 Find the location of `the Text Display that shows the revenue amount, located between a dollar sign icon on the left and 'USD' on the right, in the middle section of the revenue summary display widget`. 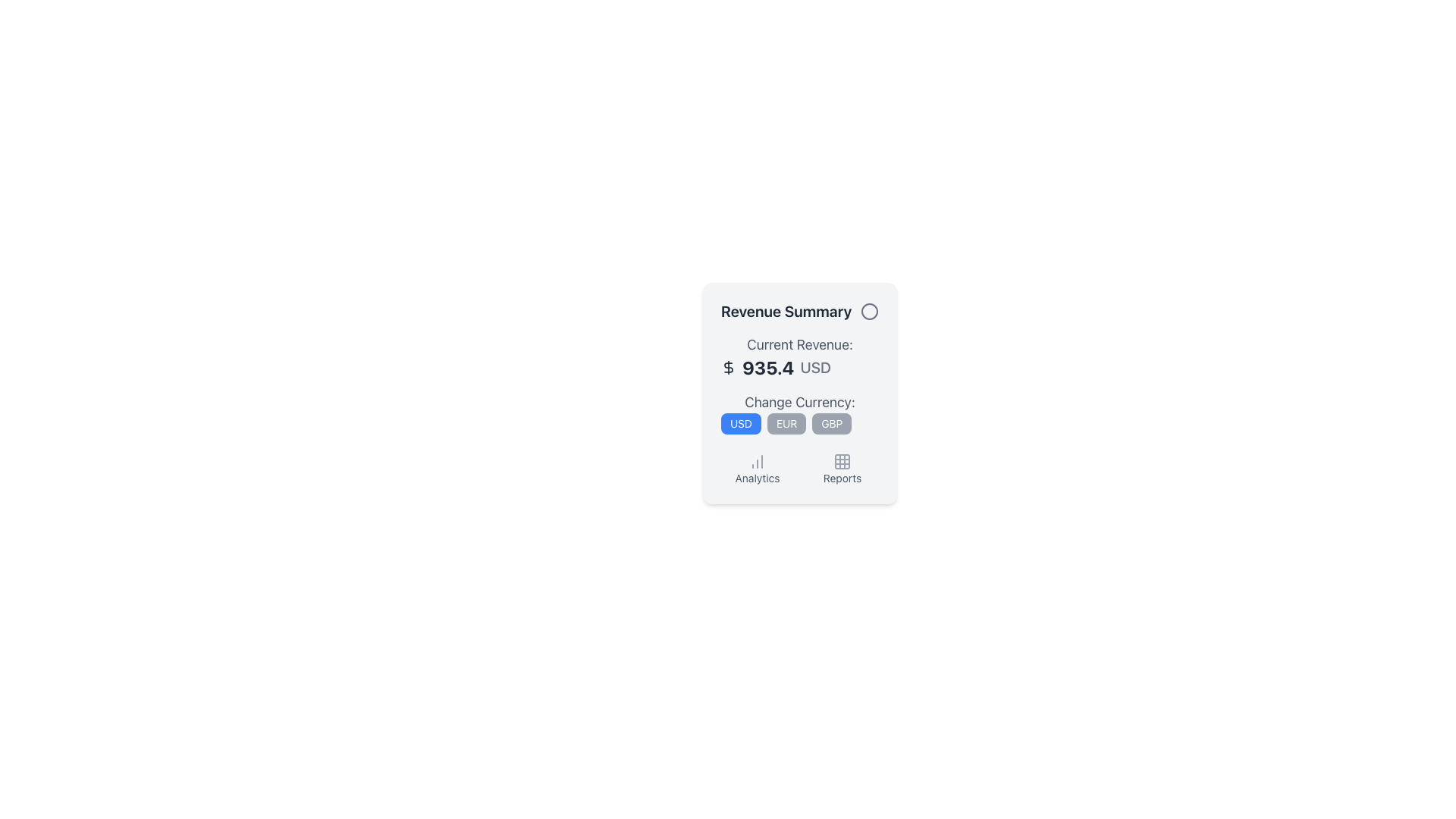

the Text Display that shows the revenue amount, located between a dollar sign icon on the left and 'USD' on the right, in the middle section of the revenue summary display widget is located at coordinates (768, 368).